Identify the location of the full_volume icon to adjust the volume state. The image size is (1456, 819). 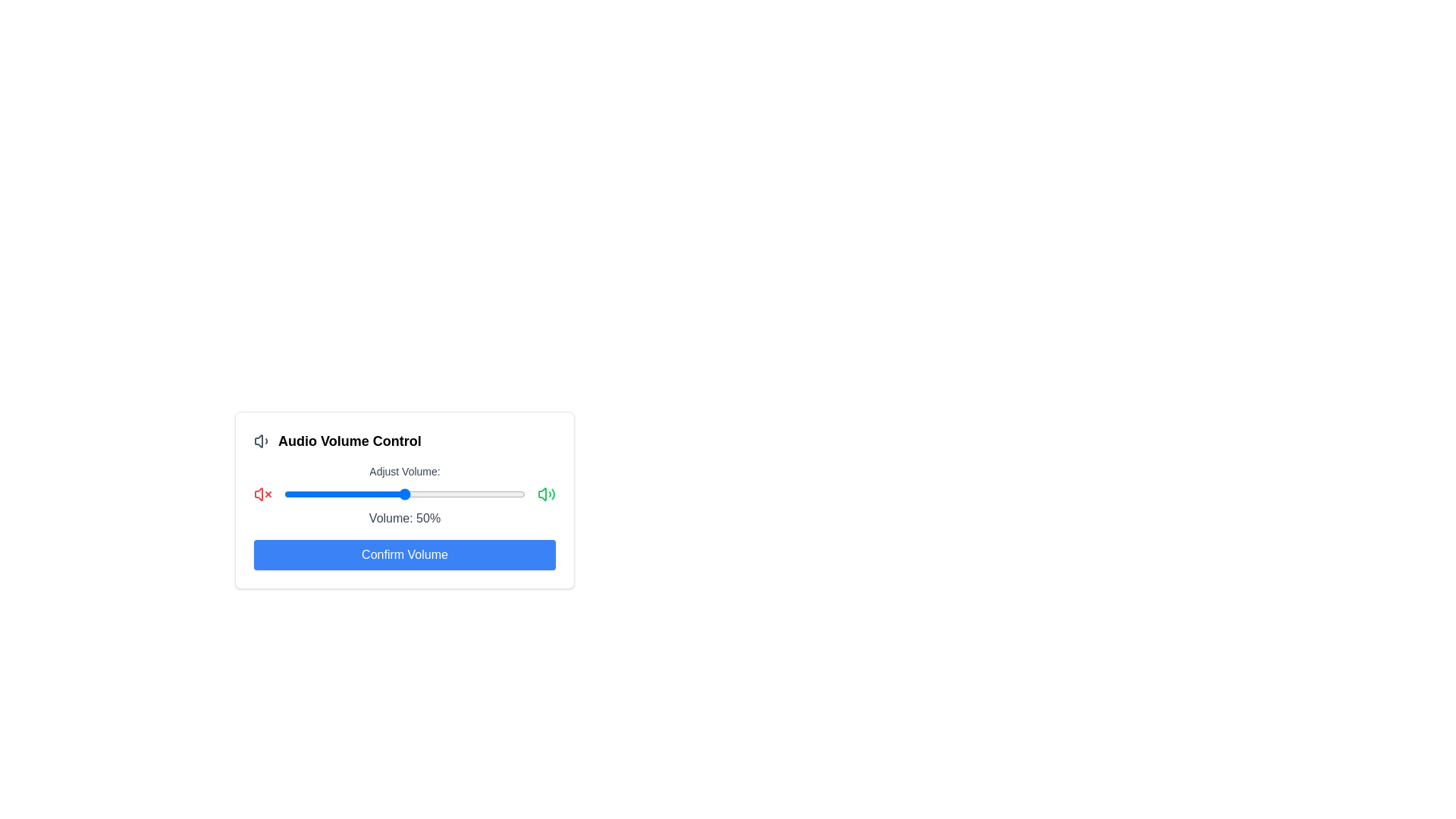
(546, 494).